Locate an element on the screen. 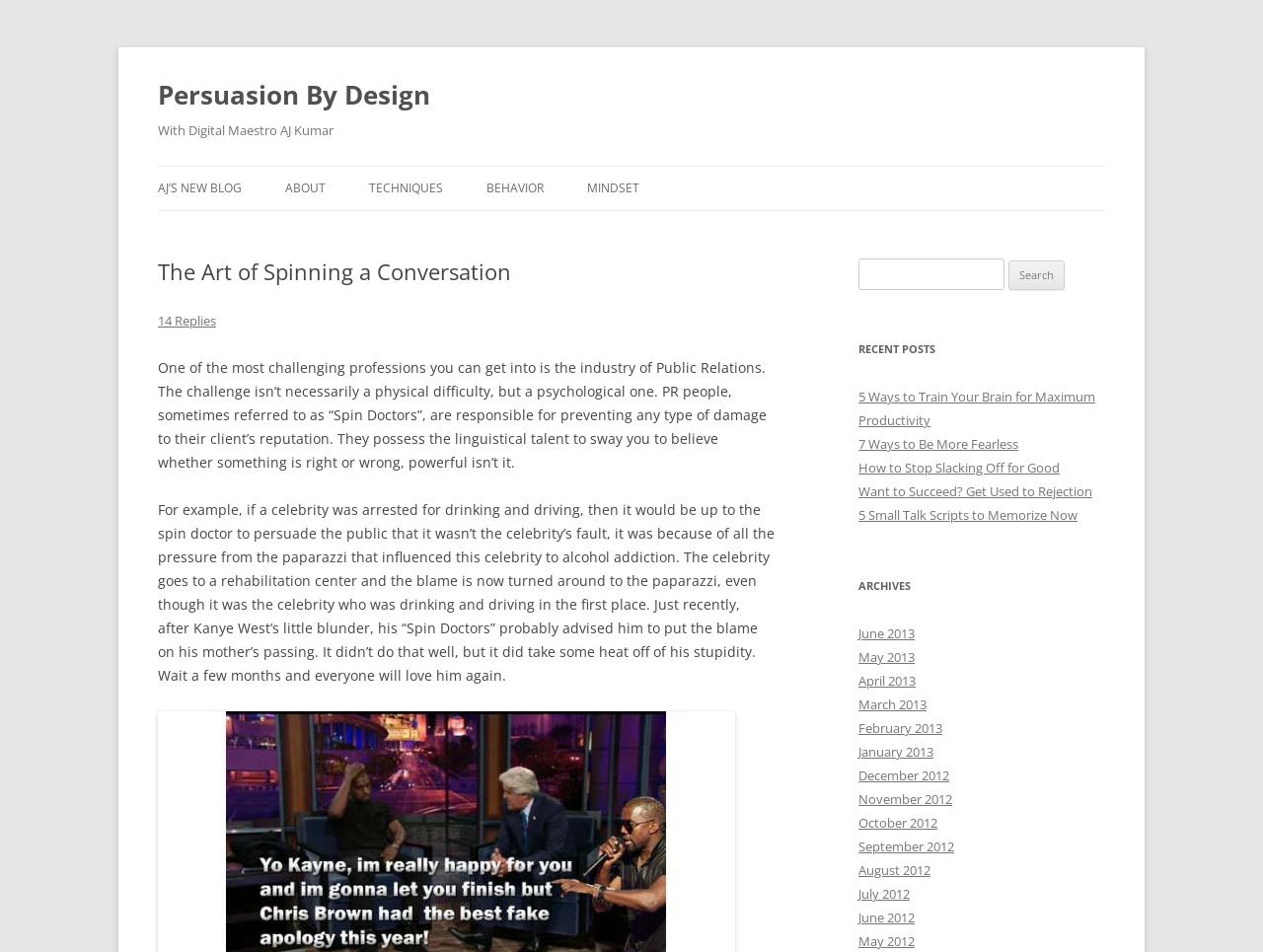 The height and width of the screenshot is (952, 1263). 'AJ’s NEW BLOG' is located at coordinates (199, 187).